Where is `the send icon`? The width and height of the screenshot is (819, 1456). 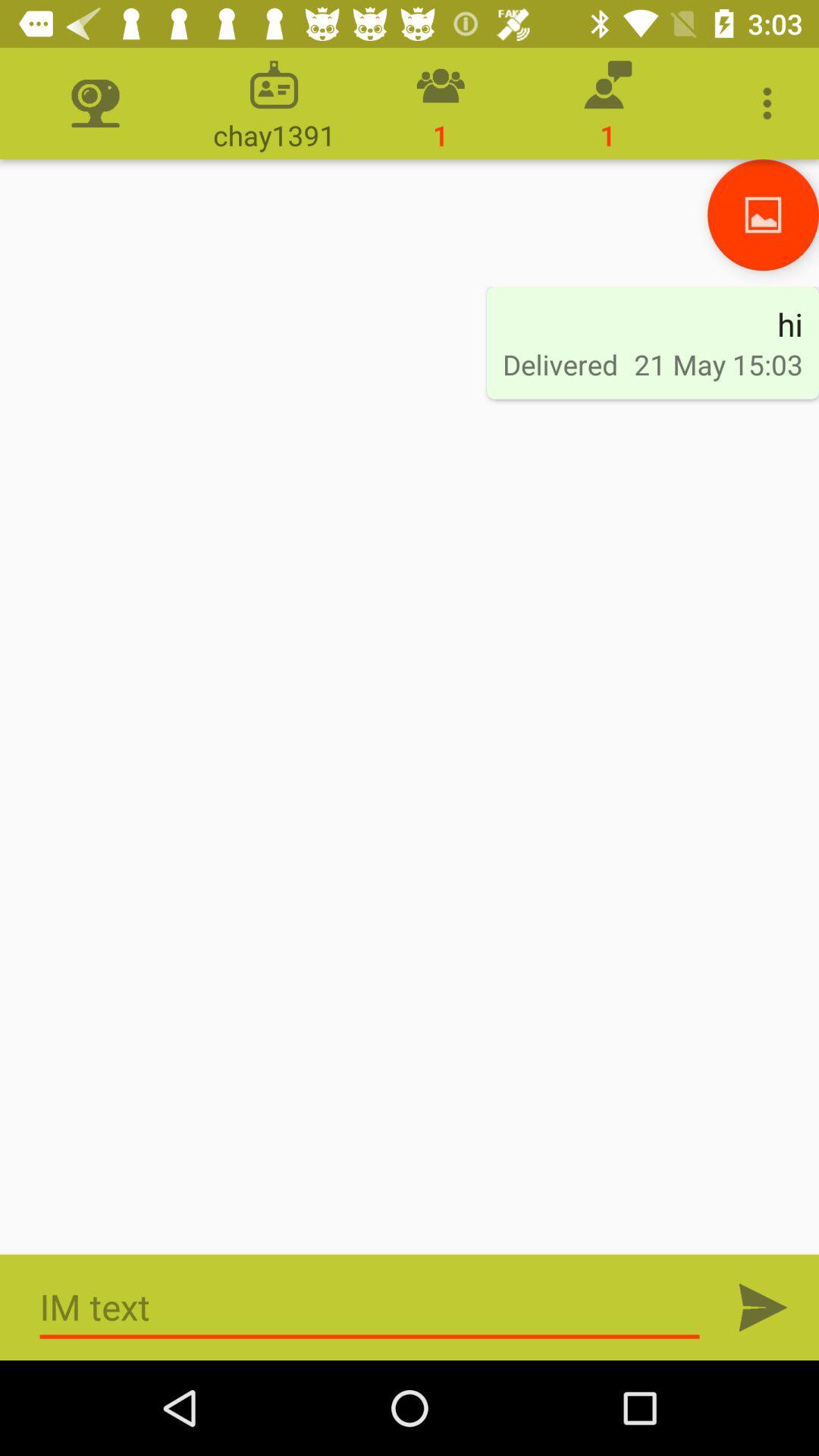
the send icon is located at coordinates (763, 1307).